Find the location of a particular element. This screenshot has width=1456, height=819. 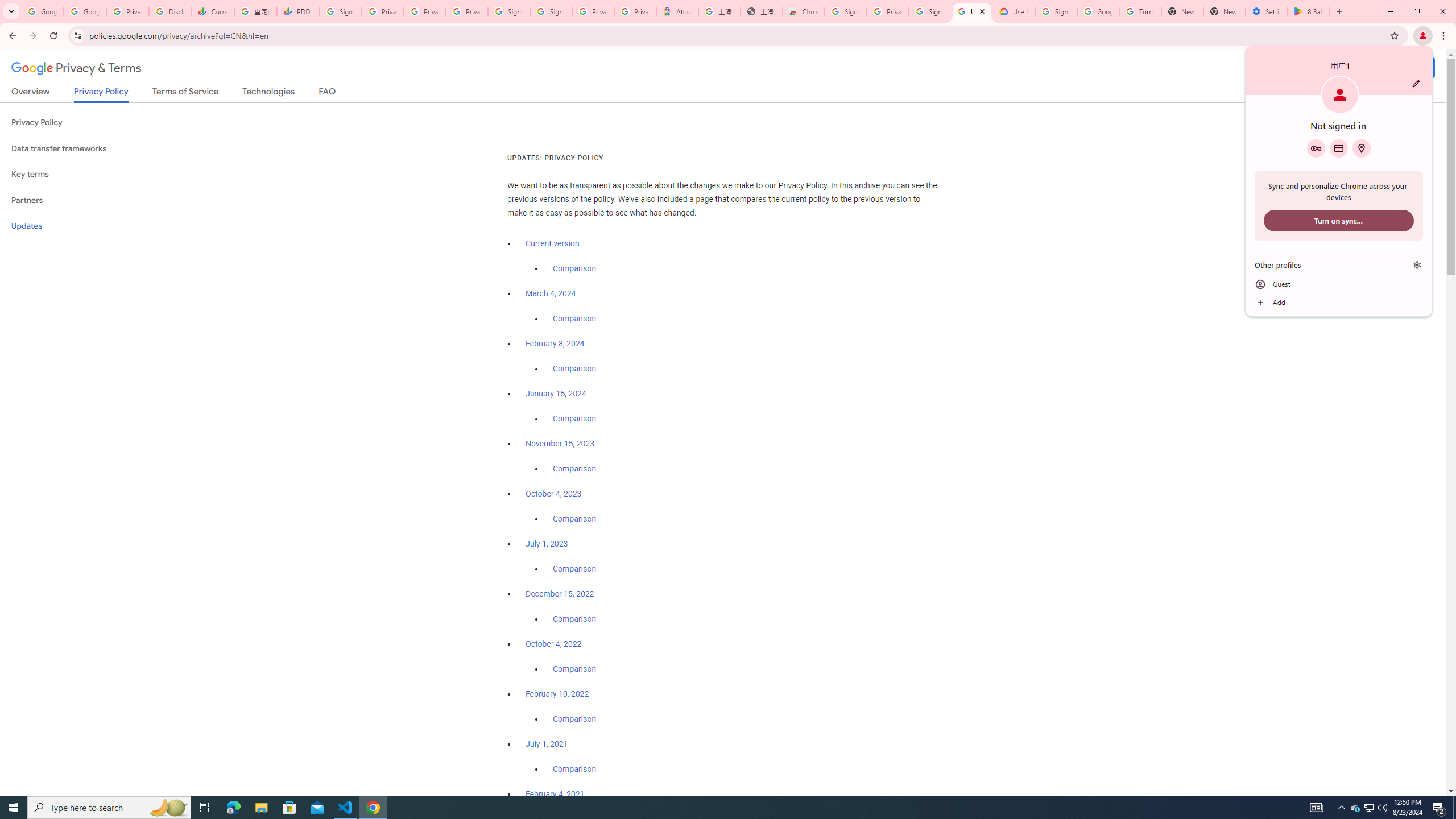

'Data transfer frameworks' is located at coordinates (86, 148).